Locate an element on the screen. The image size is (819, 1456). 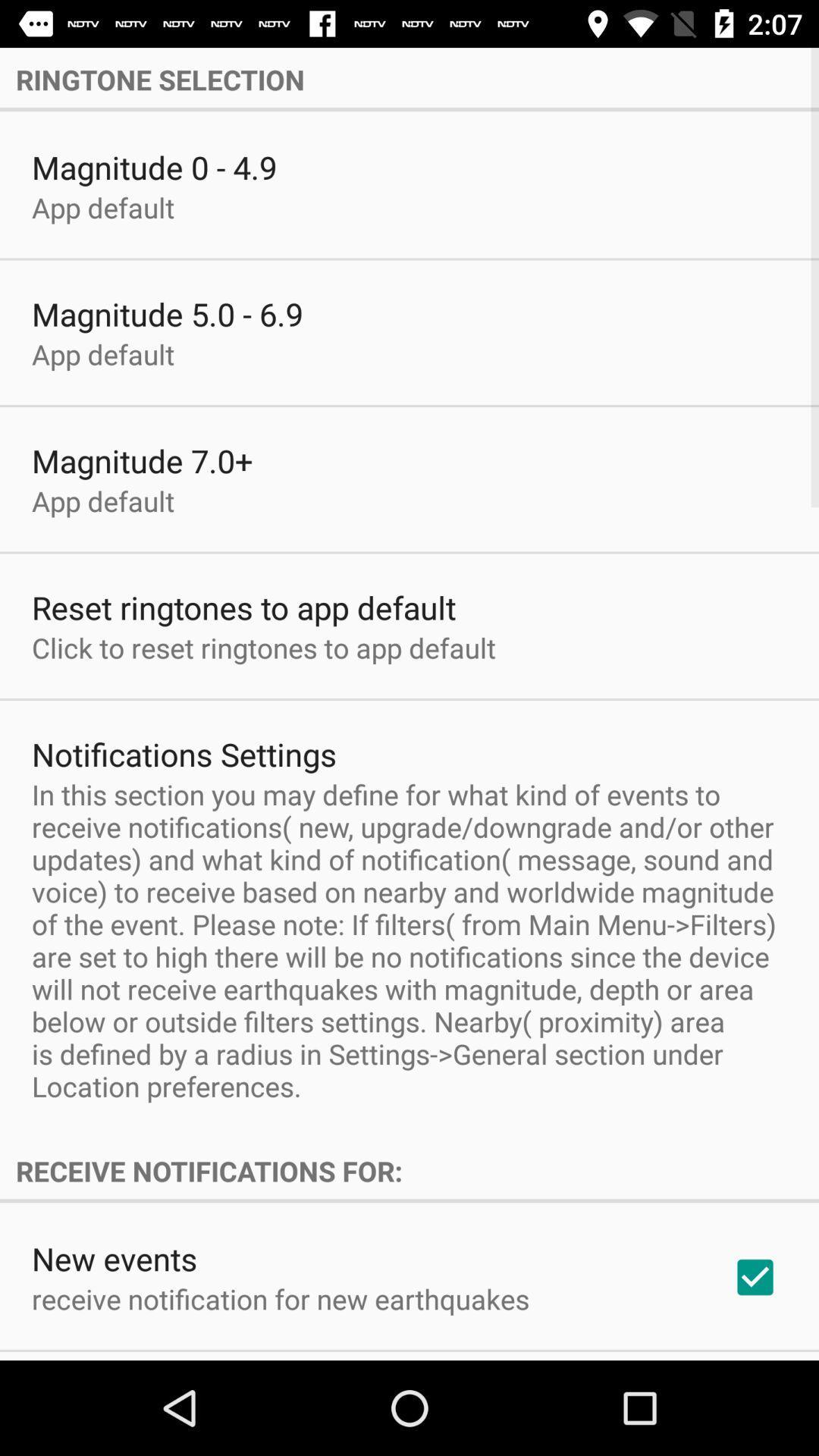
the ringtone selection icon is located at coordinates (409, 79).